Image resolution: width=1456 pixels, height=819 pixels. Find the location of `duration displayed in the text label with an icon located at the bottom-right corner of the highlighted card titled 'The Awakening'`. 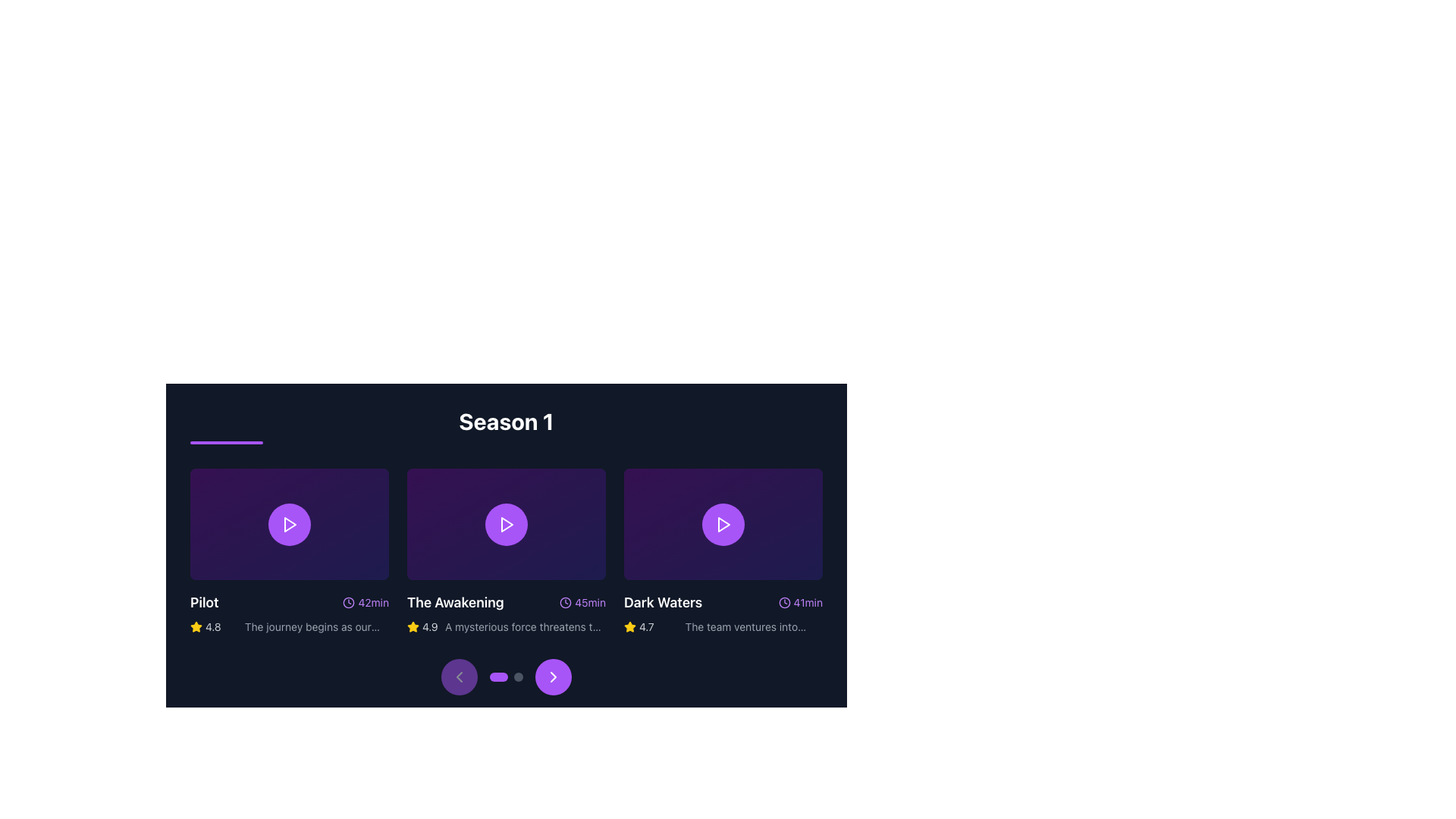

duration displayed in the text label with an icon located at the bottom-right corner of the highlighted card titled 'The Awakening' is located at coordinates (582, 602).